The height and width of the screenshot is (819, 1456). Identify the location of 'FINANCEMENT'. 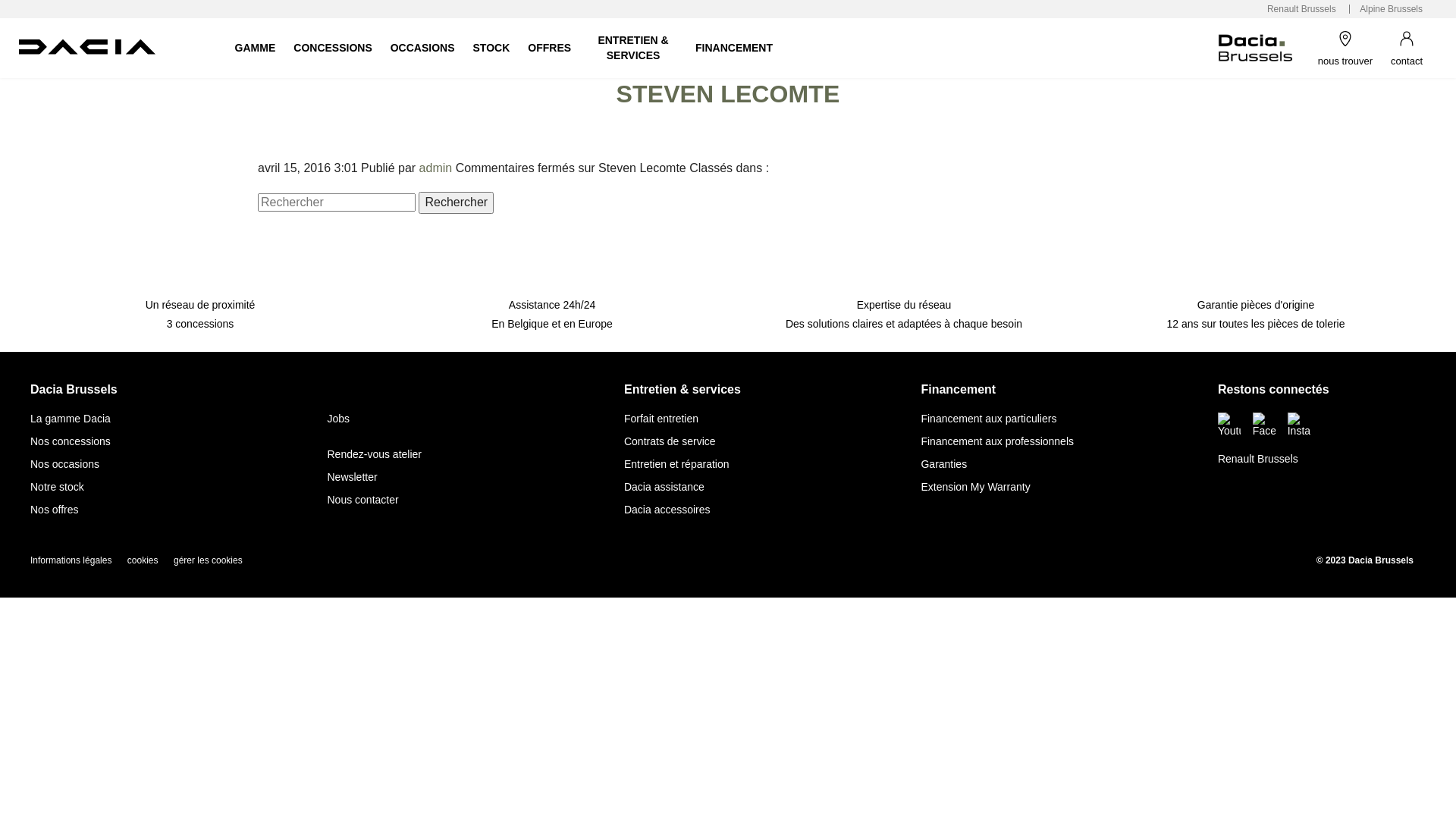
(734, 46).